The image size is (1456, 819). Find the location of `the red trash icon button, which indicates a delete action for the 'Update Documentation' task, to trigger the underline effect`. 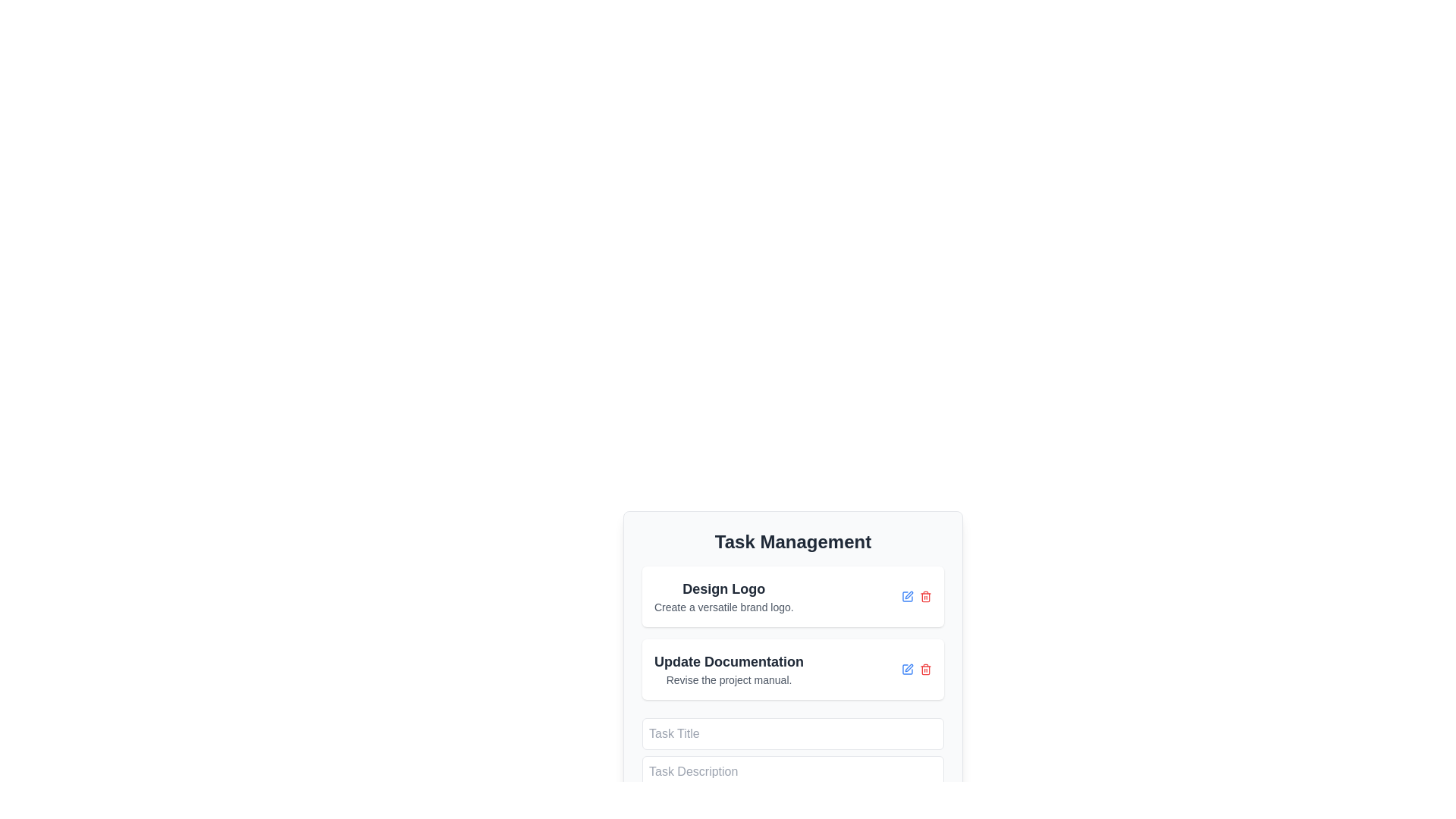

the red trash icon button, which indicates a delete action for the 'Update Documentation' task, to trigger the underline effect is located at coordinates (924, 669).